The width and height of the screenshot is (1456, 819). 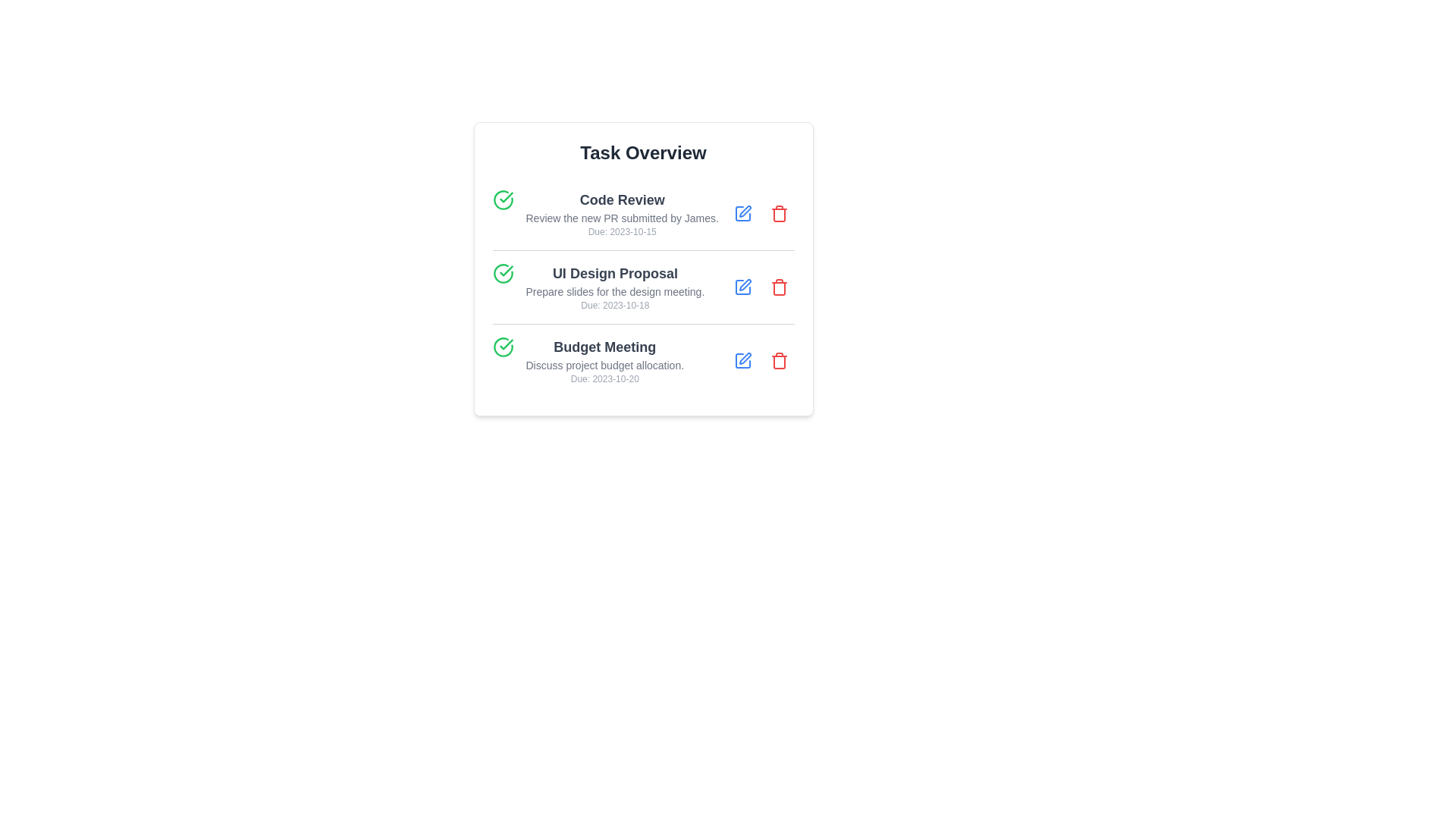 I want to click on the checkmark icon for the task titled 'UI Design Proposal' to mark it as completed, so click(x=503, y=274).